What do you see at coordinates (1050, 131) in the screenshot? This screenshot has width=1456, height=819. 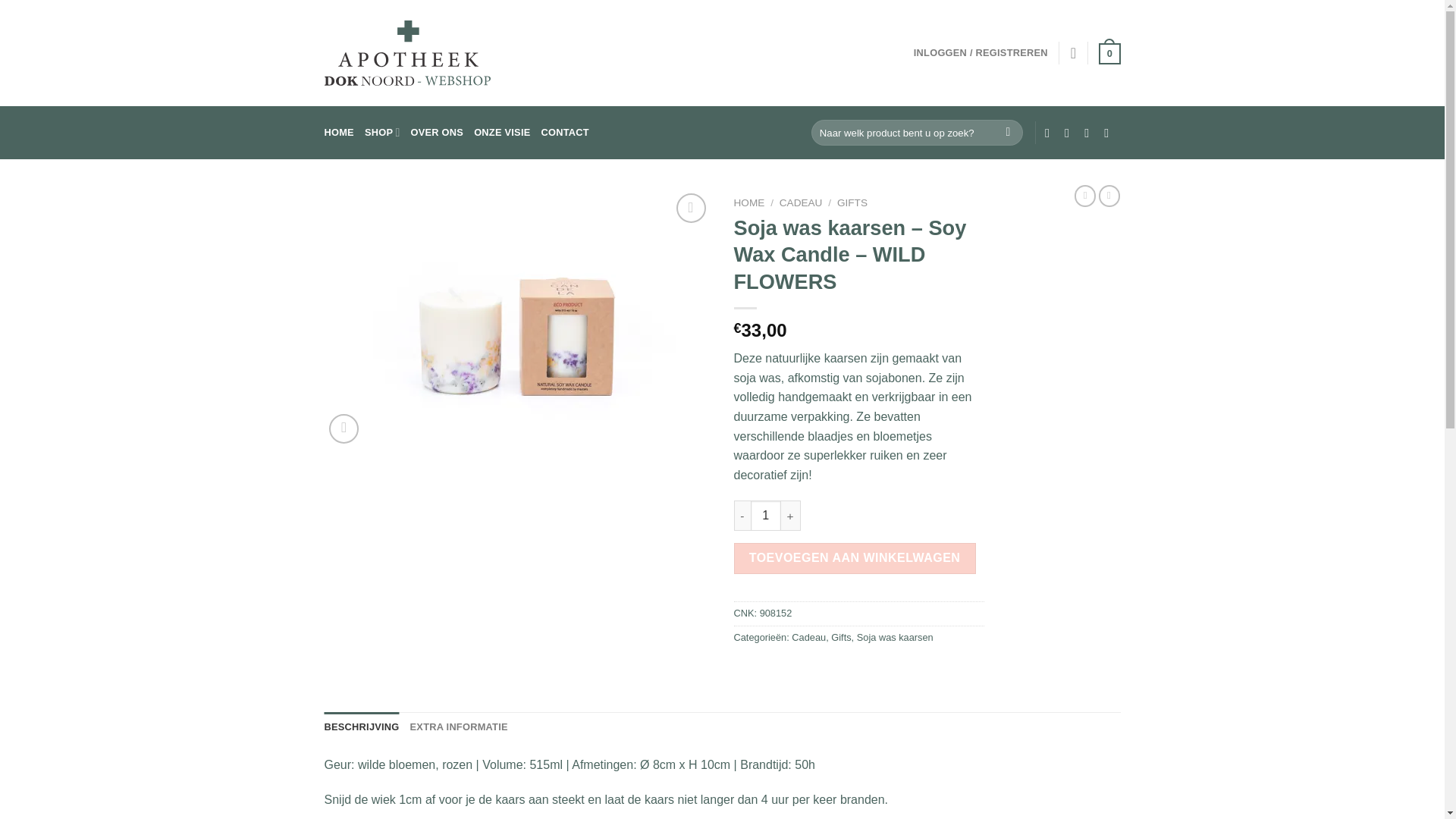 I see `'Volg ons op Facebook'` at bounding box center [1050, 131].